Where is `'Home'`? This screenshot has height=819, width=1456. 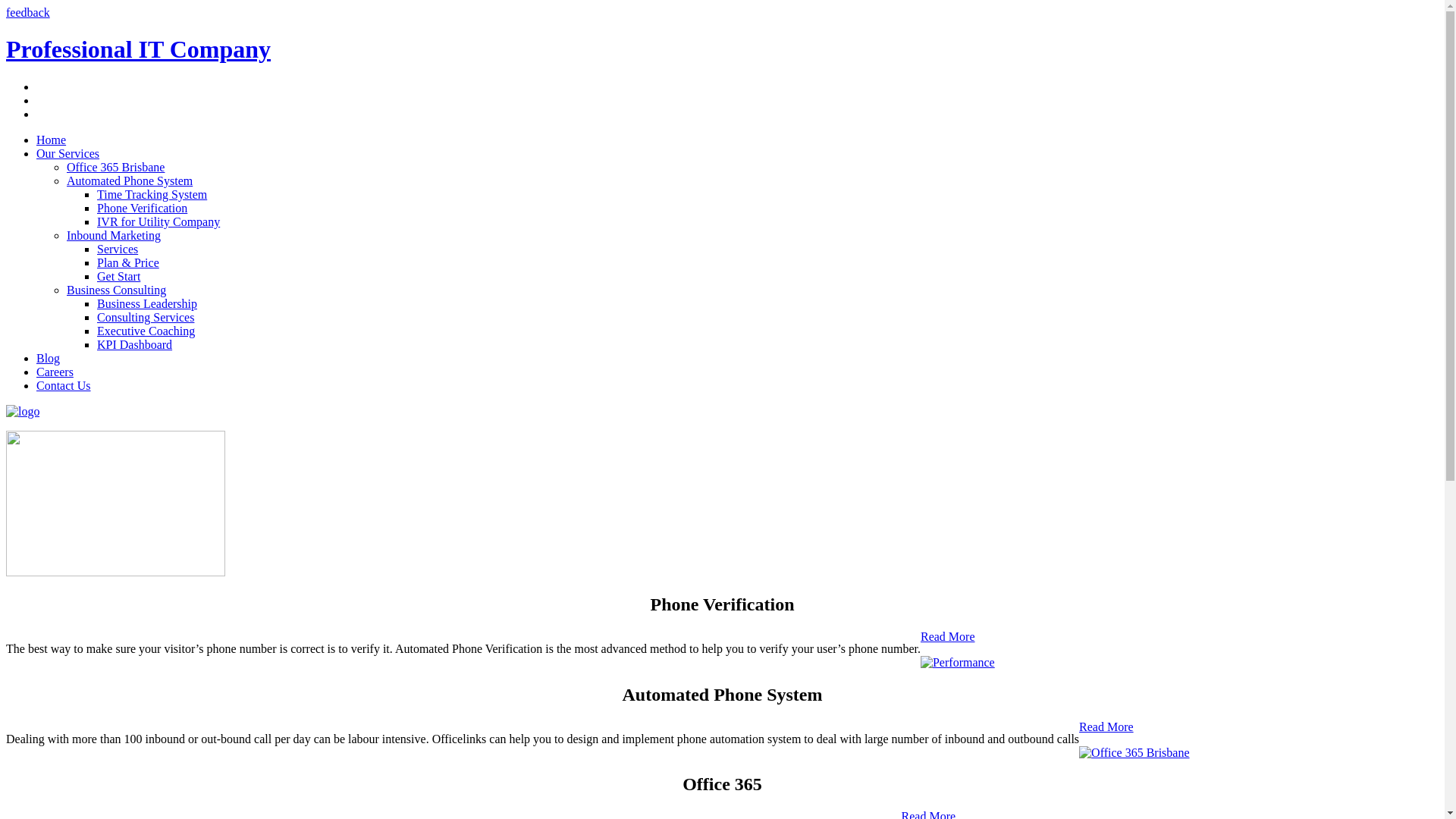
'Home' is located at coordinates (51, 140).